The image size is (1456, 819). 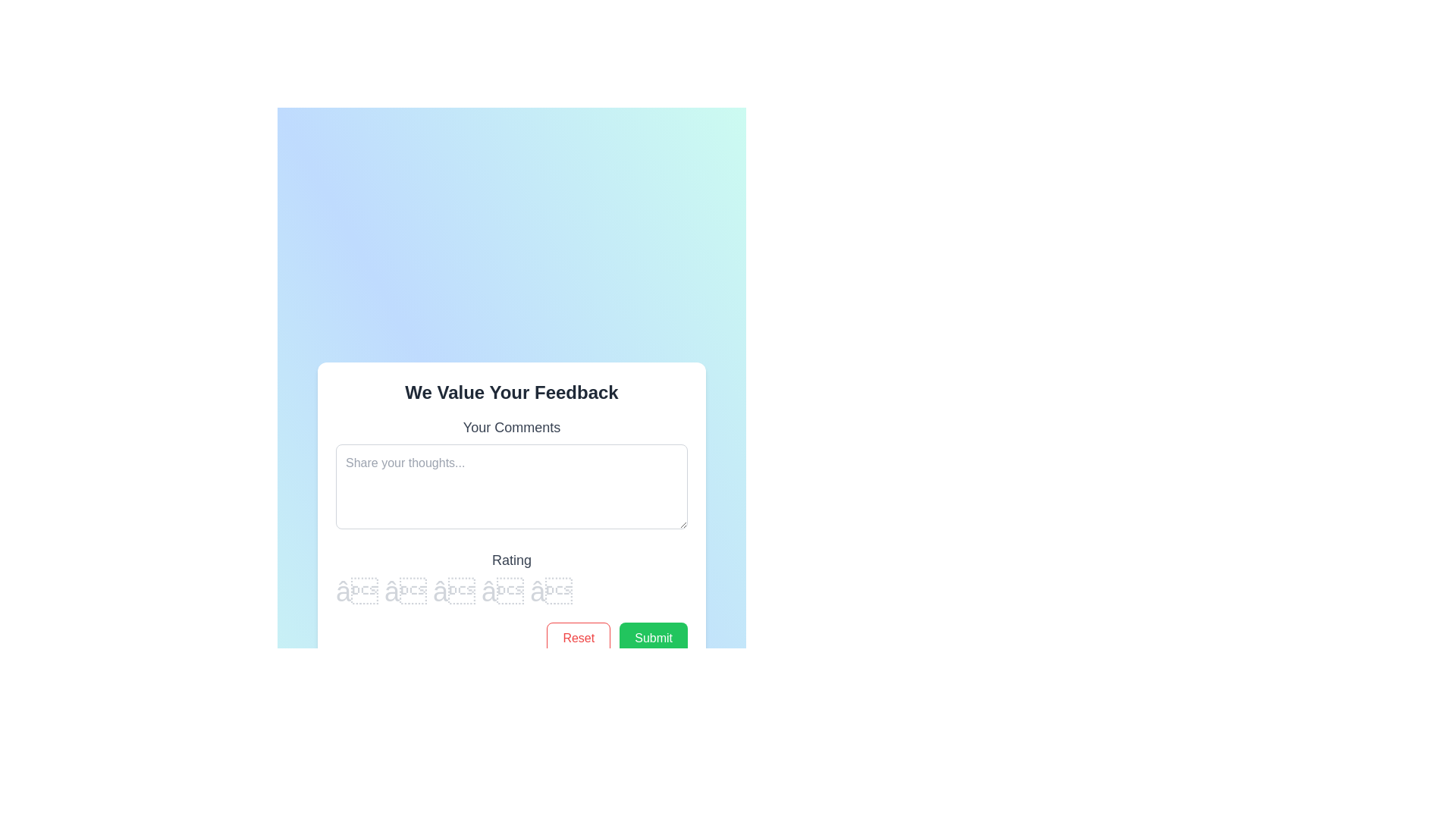 What do you see at coordinates (512, 560) in the screenshot?
I see `the text label that indicates the rating feature, which is positioned centrally above the star rating buttons` at bounding box center [512, 560].